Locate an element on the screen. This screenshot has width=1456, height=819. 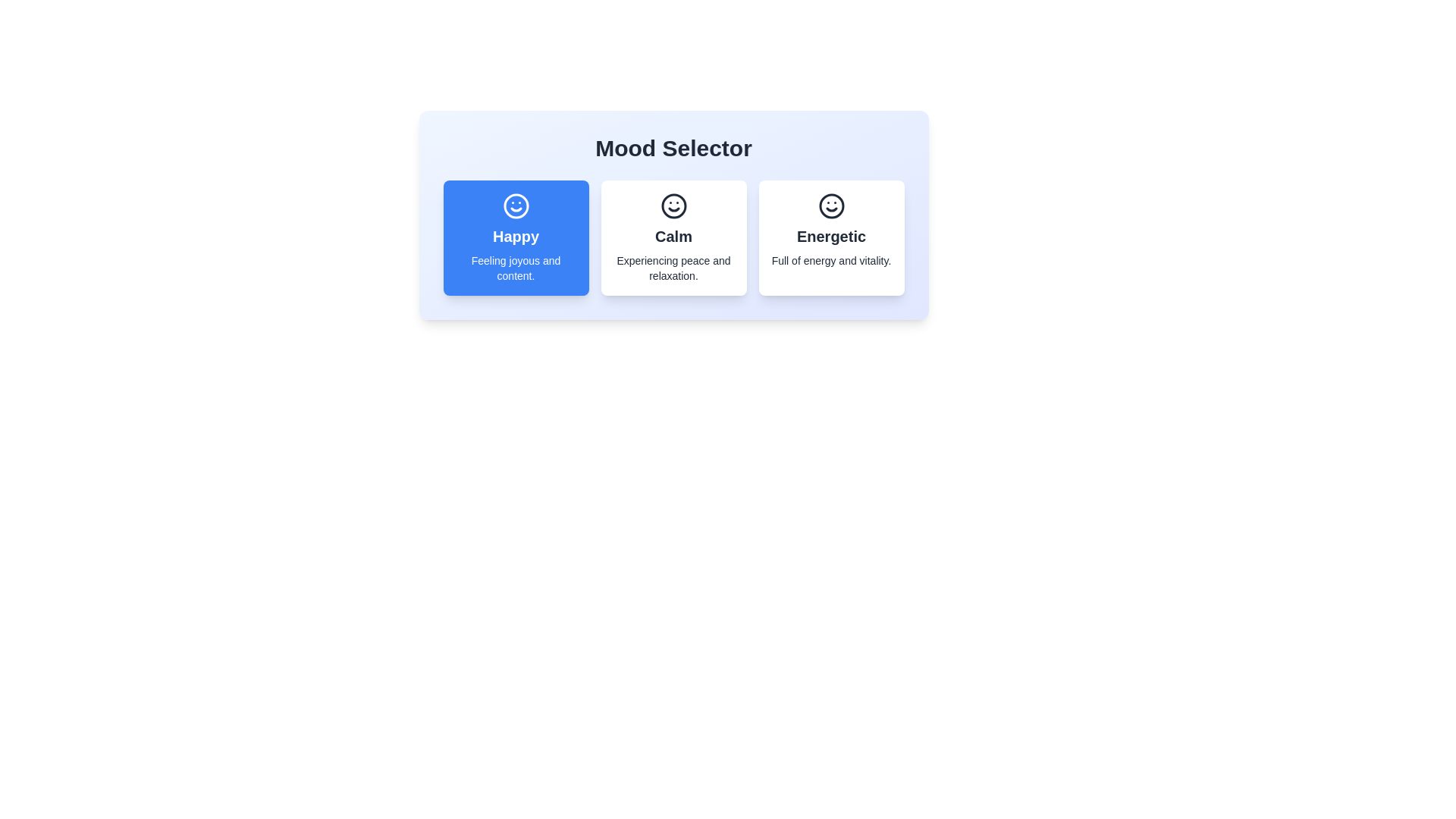
the mood card corresponding to Calm is located at coordinates (673, 237).